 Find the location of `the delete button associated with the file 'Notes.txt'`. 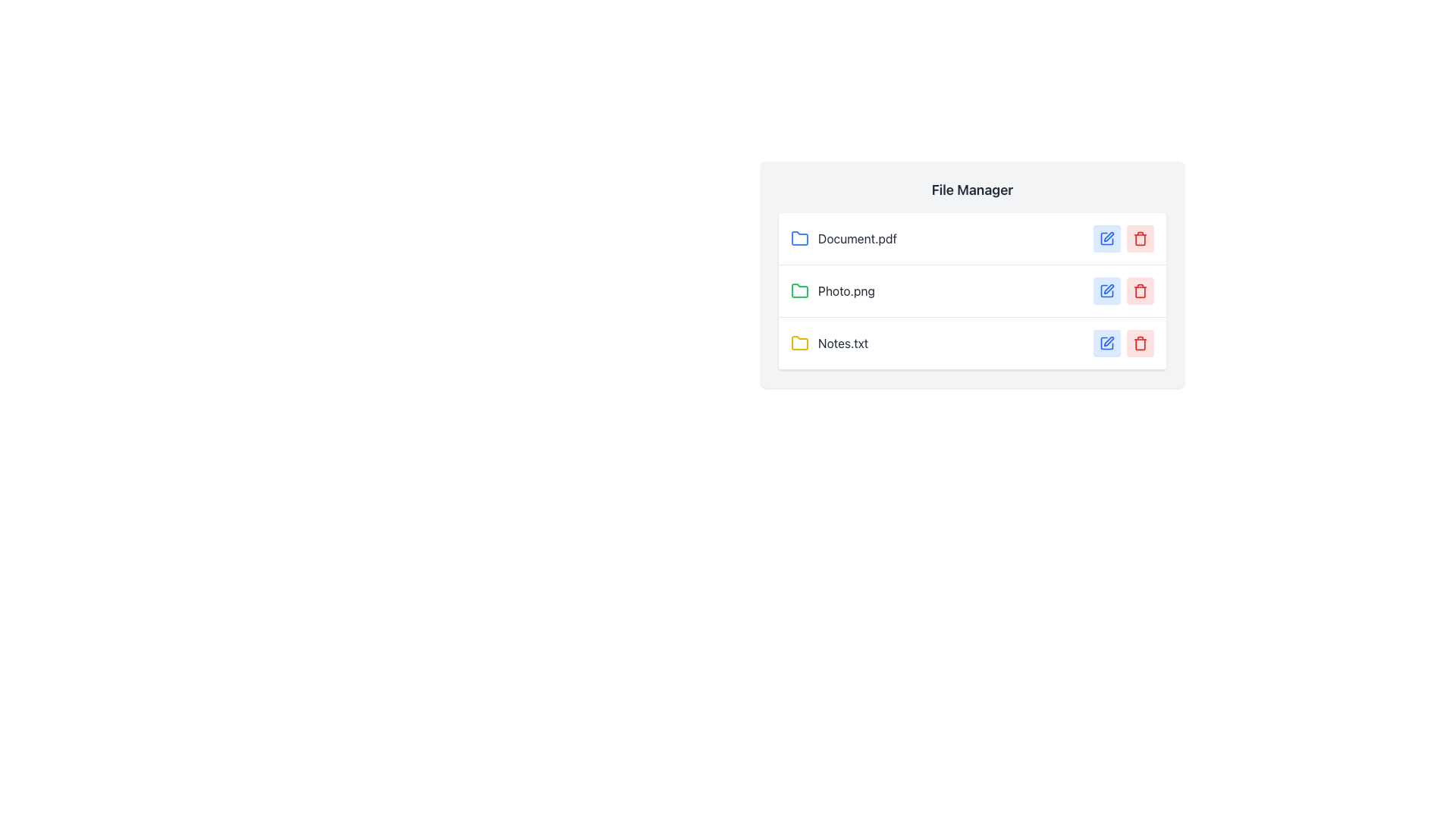

the delete button associated with the file 'Notes.txt' is located at coordinates (1140, 343).